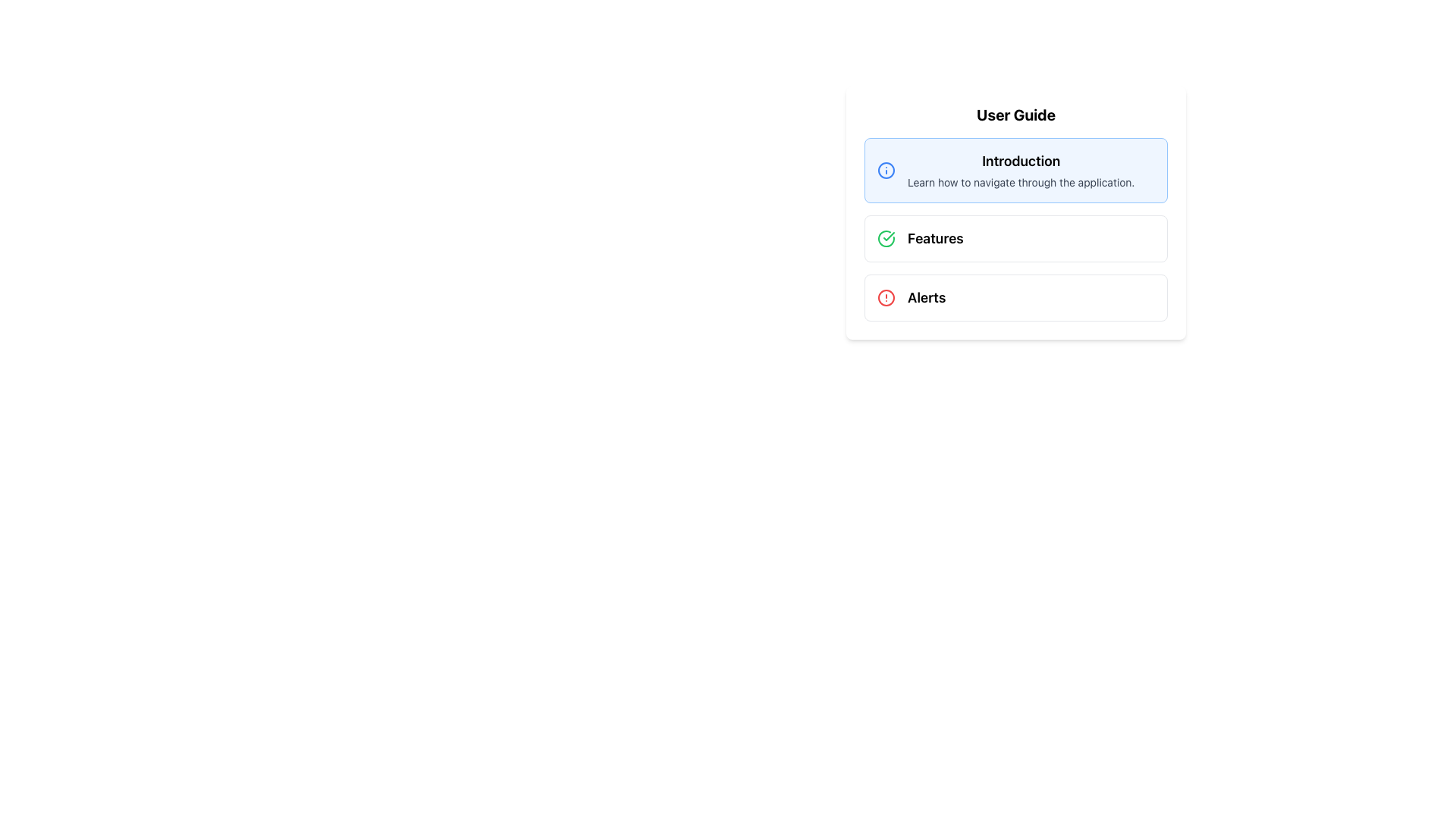 Image resolution: width=1456 pixels, height=819 pixels. I want to click on the Information Icon located on the far left of the 'Introduction' section in the User Guide, which visually indicates additional context about the section, so click(886, 170).